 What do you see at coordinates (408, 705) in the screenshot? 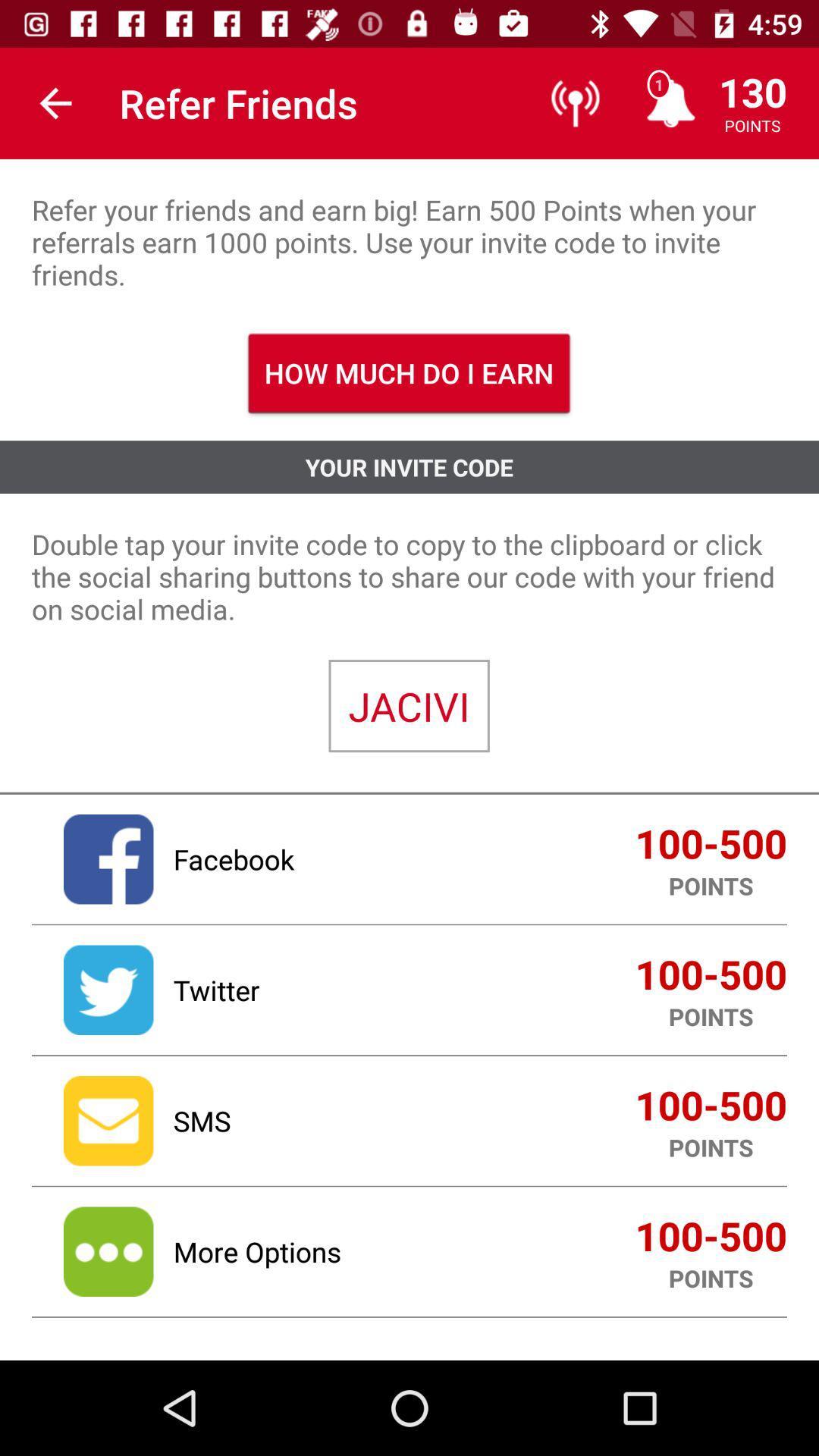
I see `the jacivi item` at bounding box center [408, 705].